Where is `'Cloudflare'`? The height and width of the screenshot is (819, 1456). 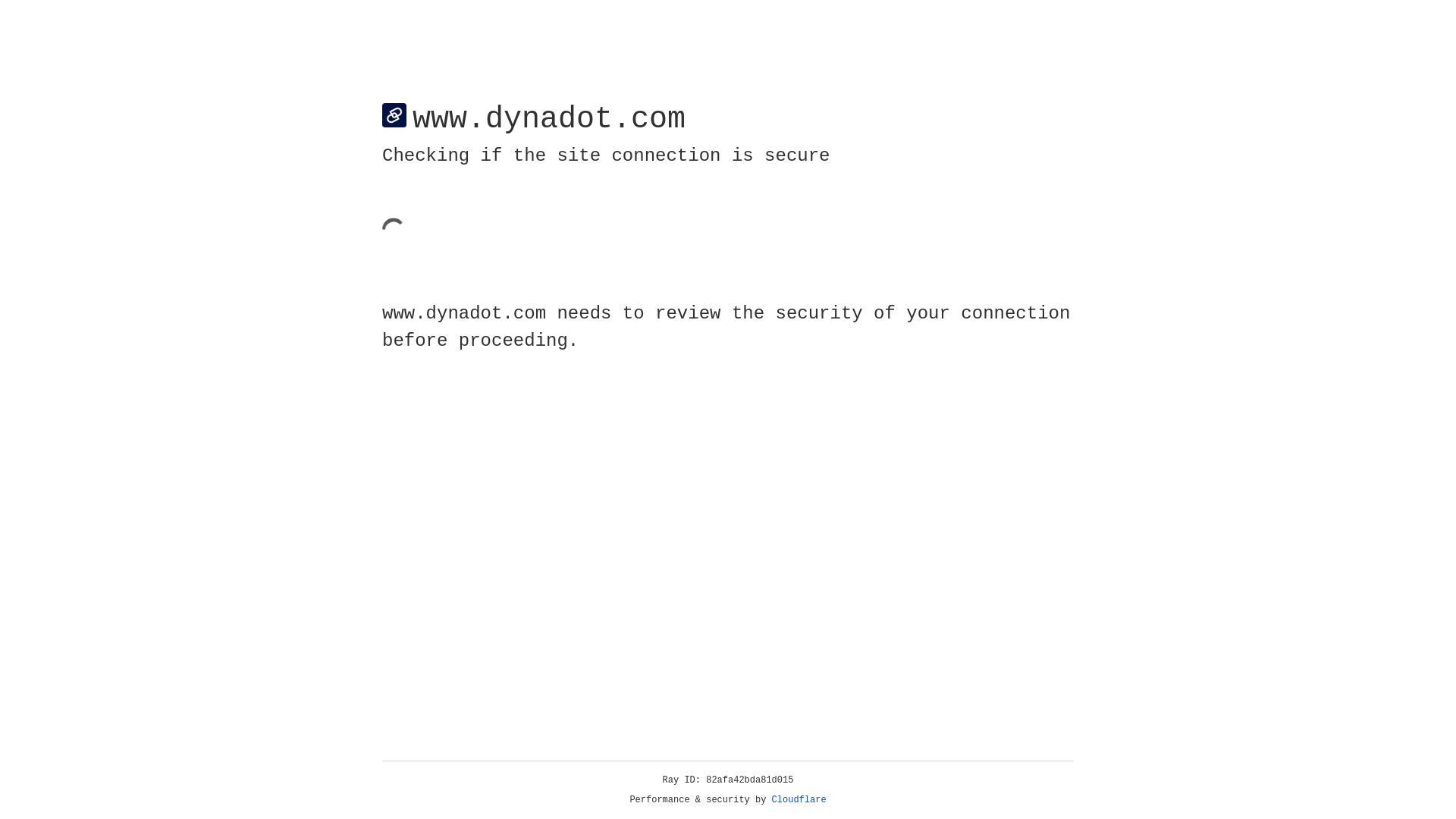
'Cloudflare' is located at coordinates (799, 799).